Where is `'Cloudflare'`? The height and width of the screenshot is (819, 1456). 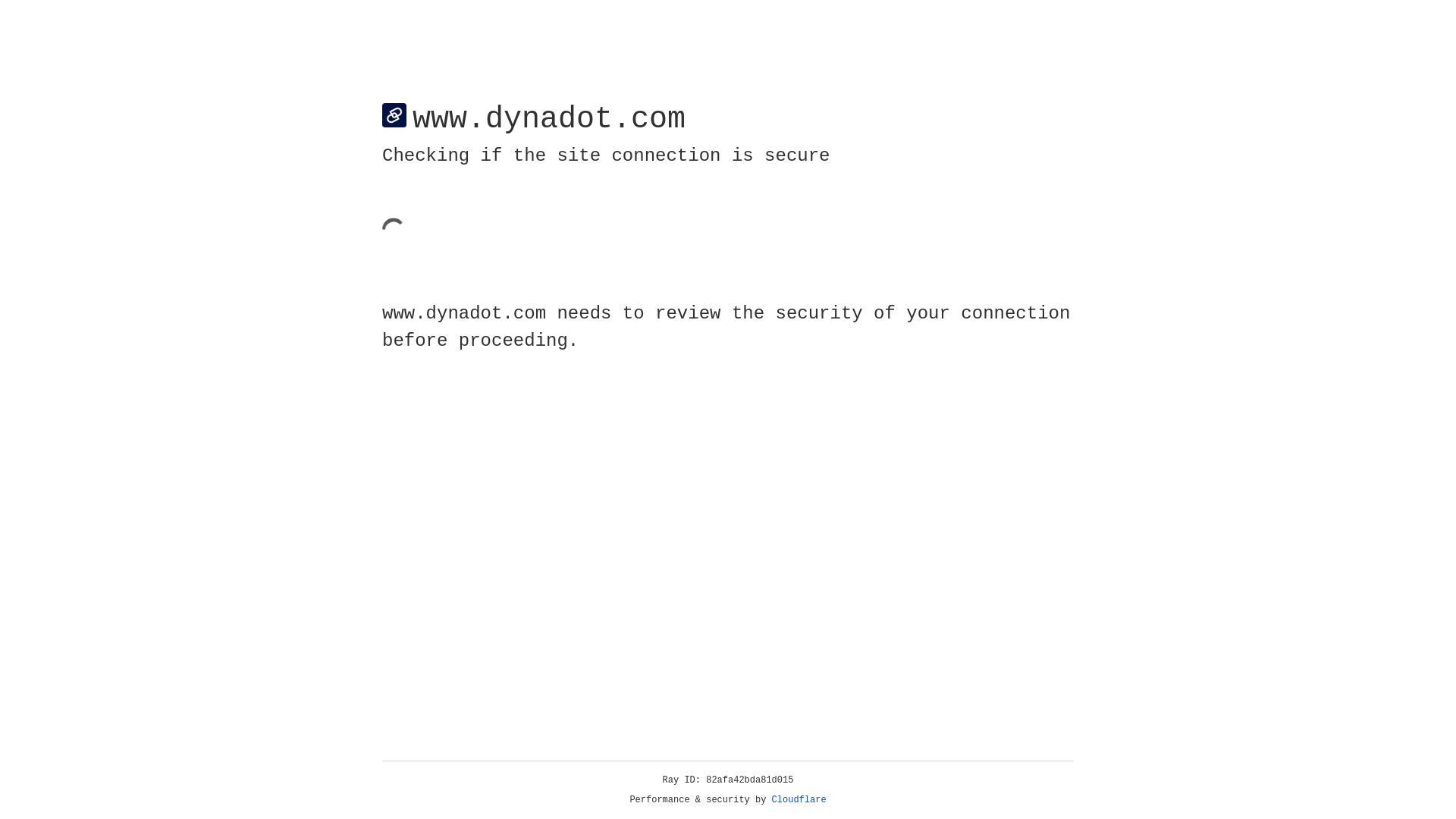
'Cloudflare' is located at coordinates (799, 799).